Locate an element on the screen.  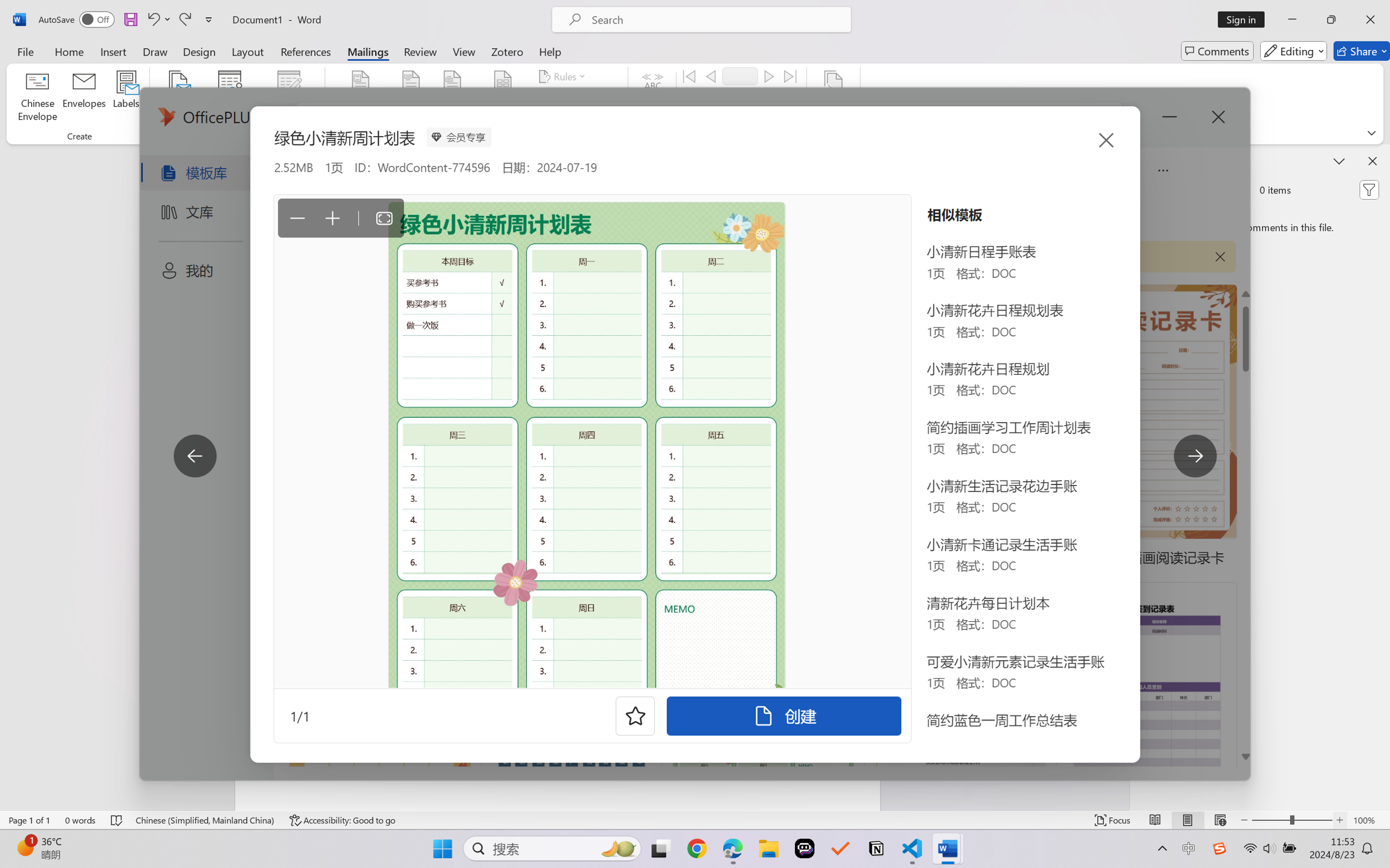
'First' is located at coordinates (689, 75).